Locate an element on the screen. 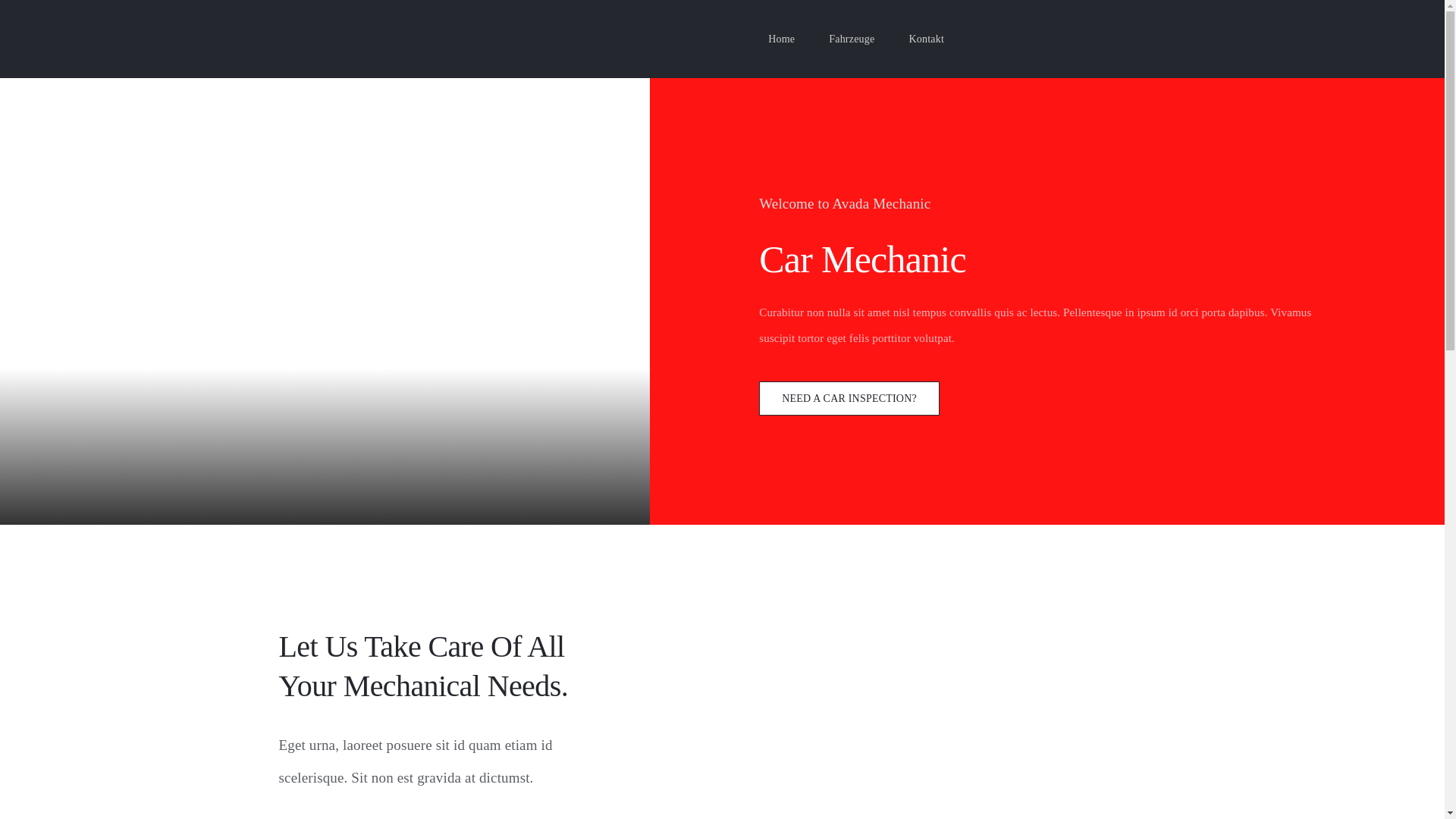 Image resolution: width=1456 pixels, height=819 pixels. 'NEED A CAR INSPECTION?' is located at coordinates (848, 397).